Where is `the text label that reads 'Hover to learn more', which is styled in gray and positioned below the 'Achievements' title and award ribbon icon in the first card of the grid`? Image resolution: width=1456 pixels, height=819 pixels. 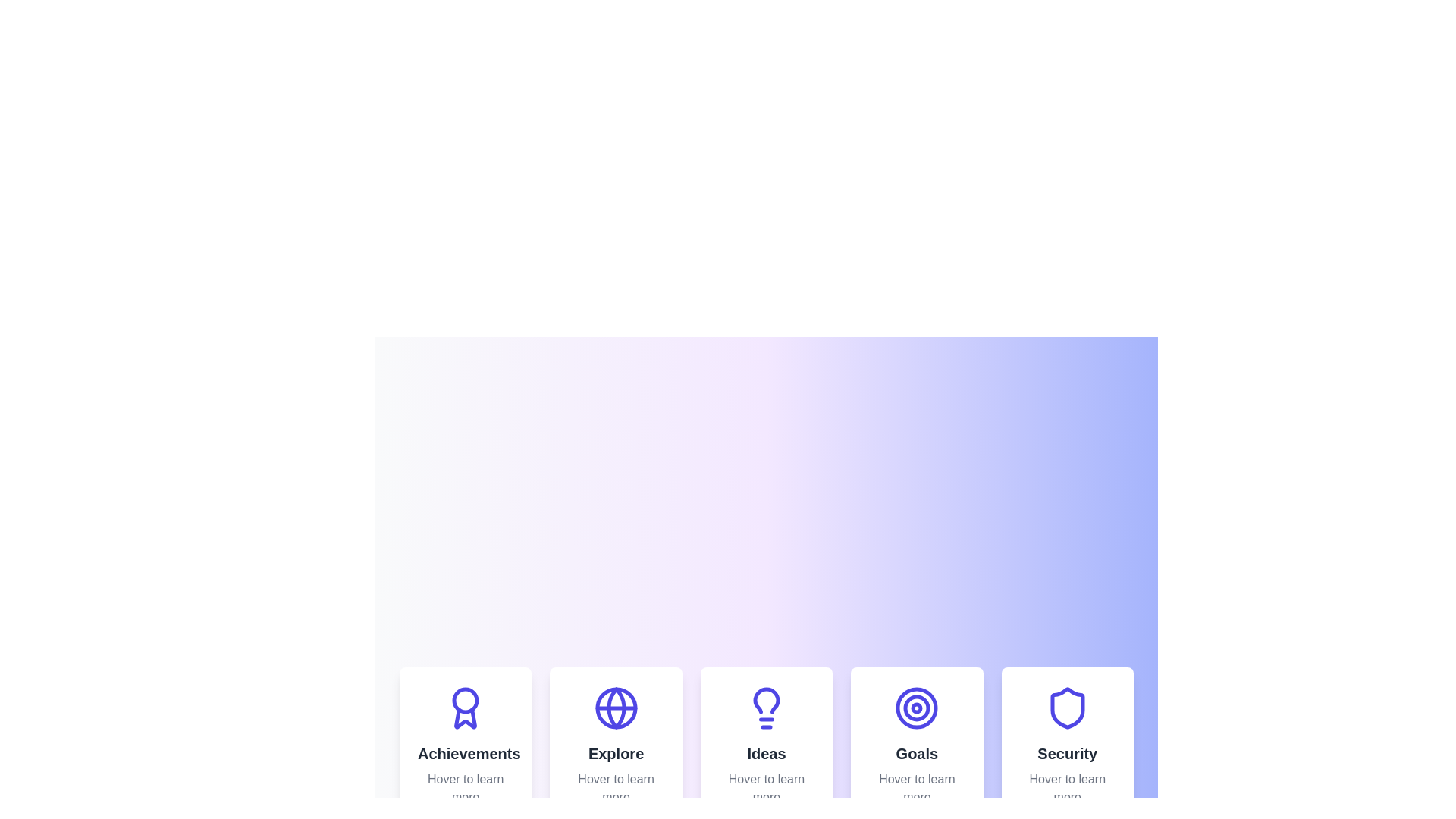
the text label that reads 'Hover to learn more', which is styled in gray and positioned below the 'Achievements' title and award ribbon icon in the first card of the grid is located at coordinates (465, 788).